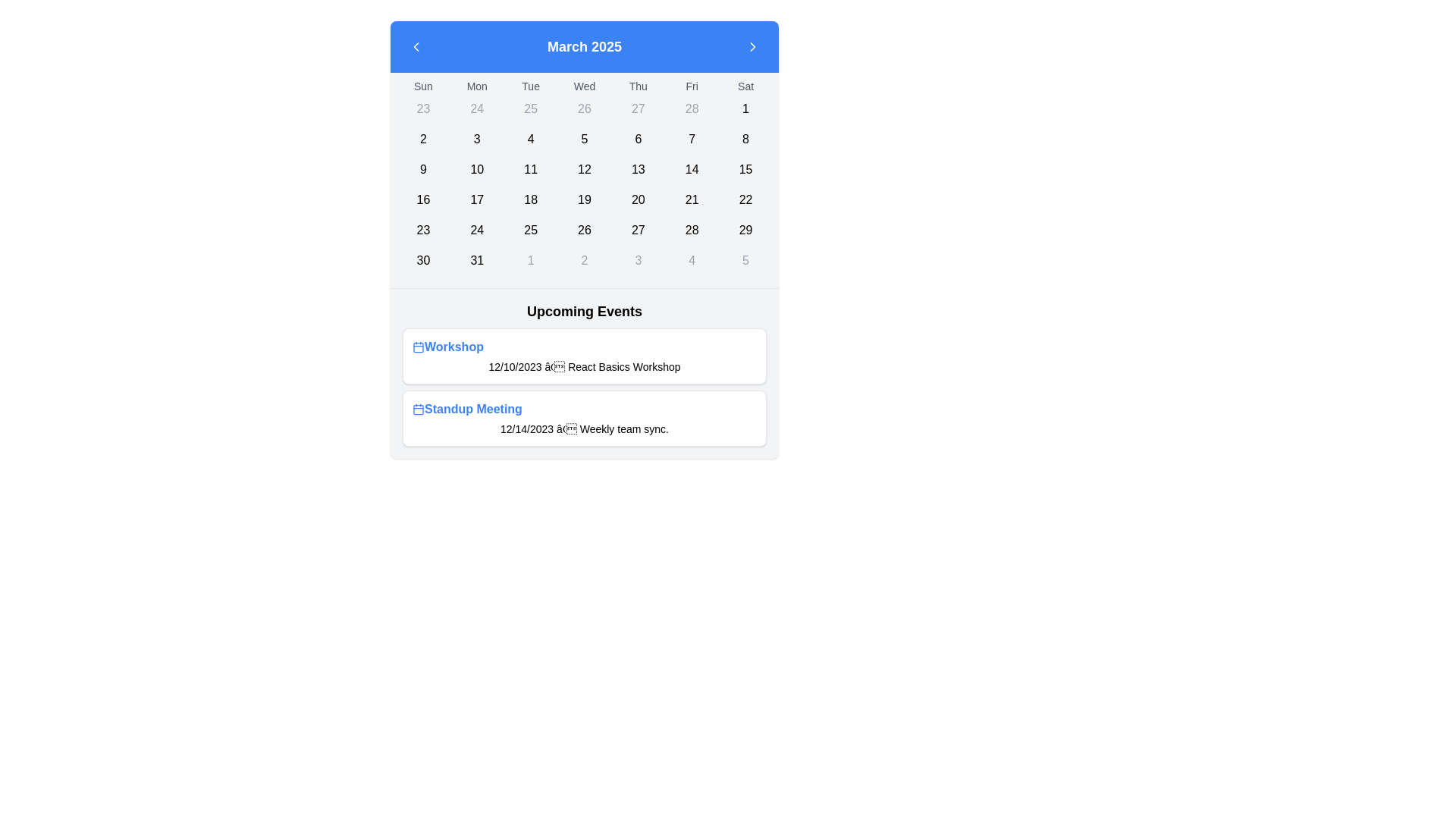 The image size is (1456, 819). Describe the element at coordinates (419, 409) in the screenshot. I see `the decorative icon associated with the 'Standup Meeting' entry, located to the left of the label in the upcoming events list` at that location.